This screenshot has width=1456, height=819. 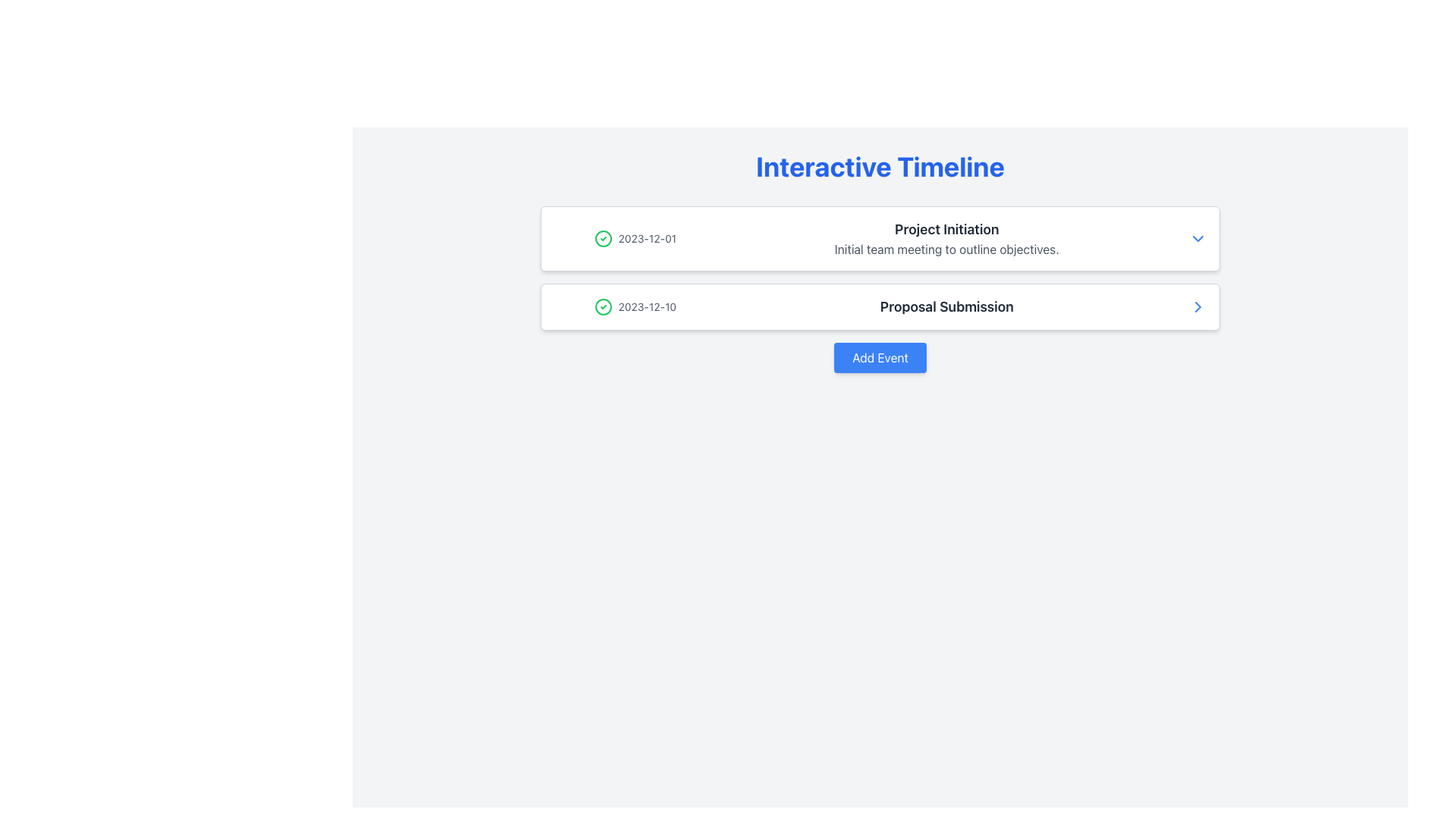 What do you see at coordinates (880, 289) in the screenshot?
I see `the second event card in the interactive timeline` at bounding box center [880, 289].